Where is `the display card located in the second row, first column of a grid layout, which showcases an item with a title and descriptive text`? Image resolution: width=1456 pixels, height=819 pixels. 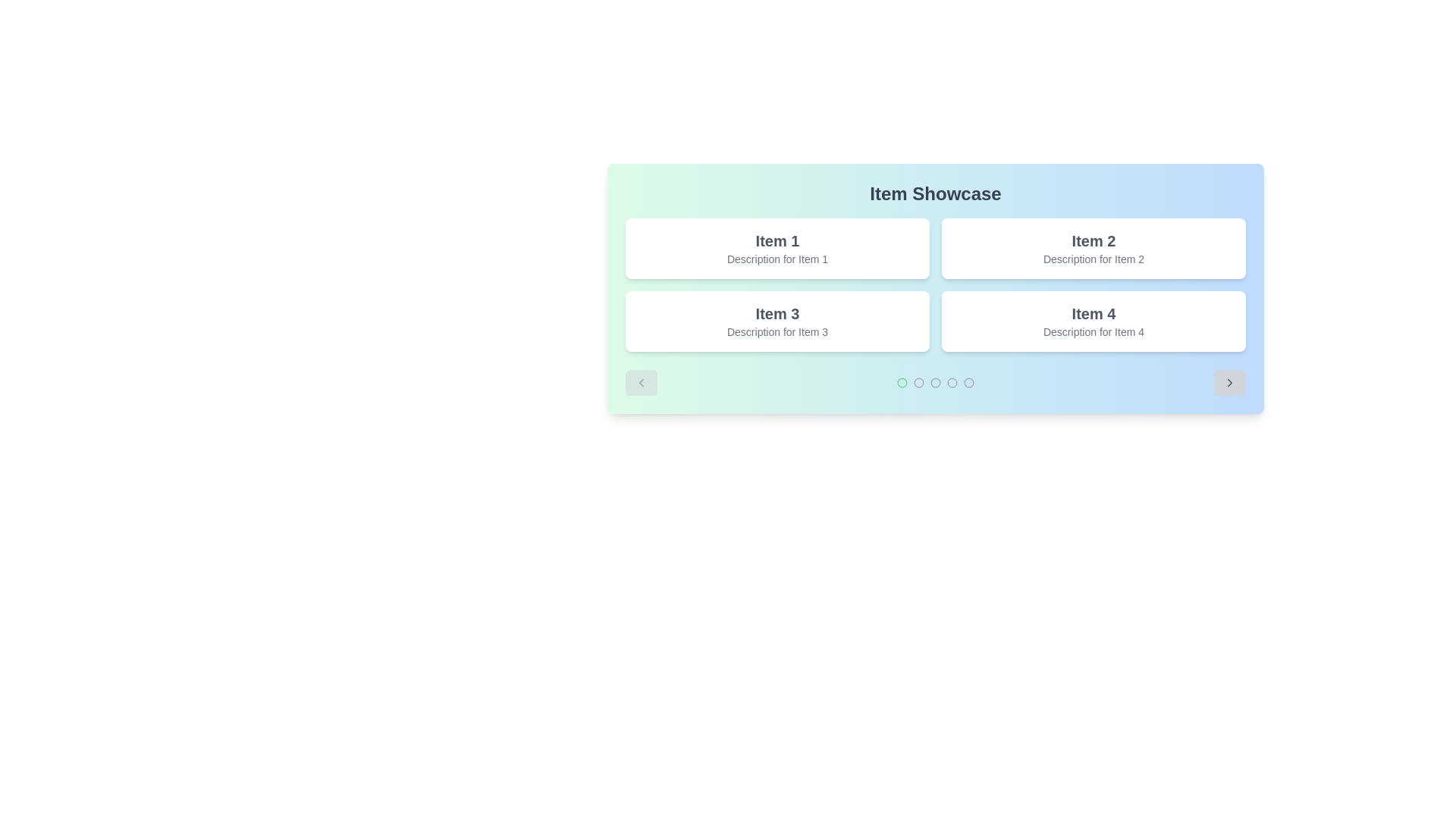 the display card located in the second row, first column of a grid layout, which showcases an item with a title and descriptive text is located at coordinates (777, 321).